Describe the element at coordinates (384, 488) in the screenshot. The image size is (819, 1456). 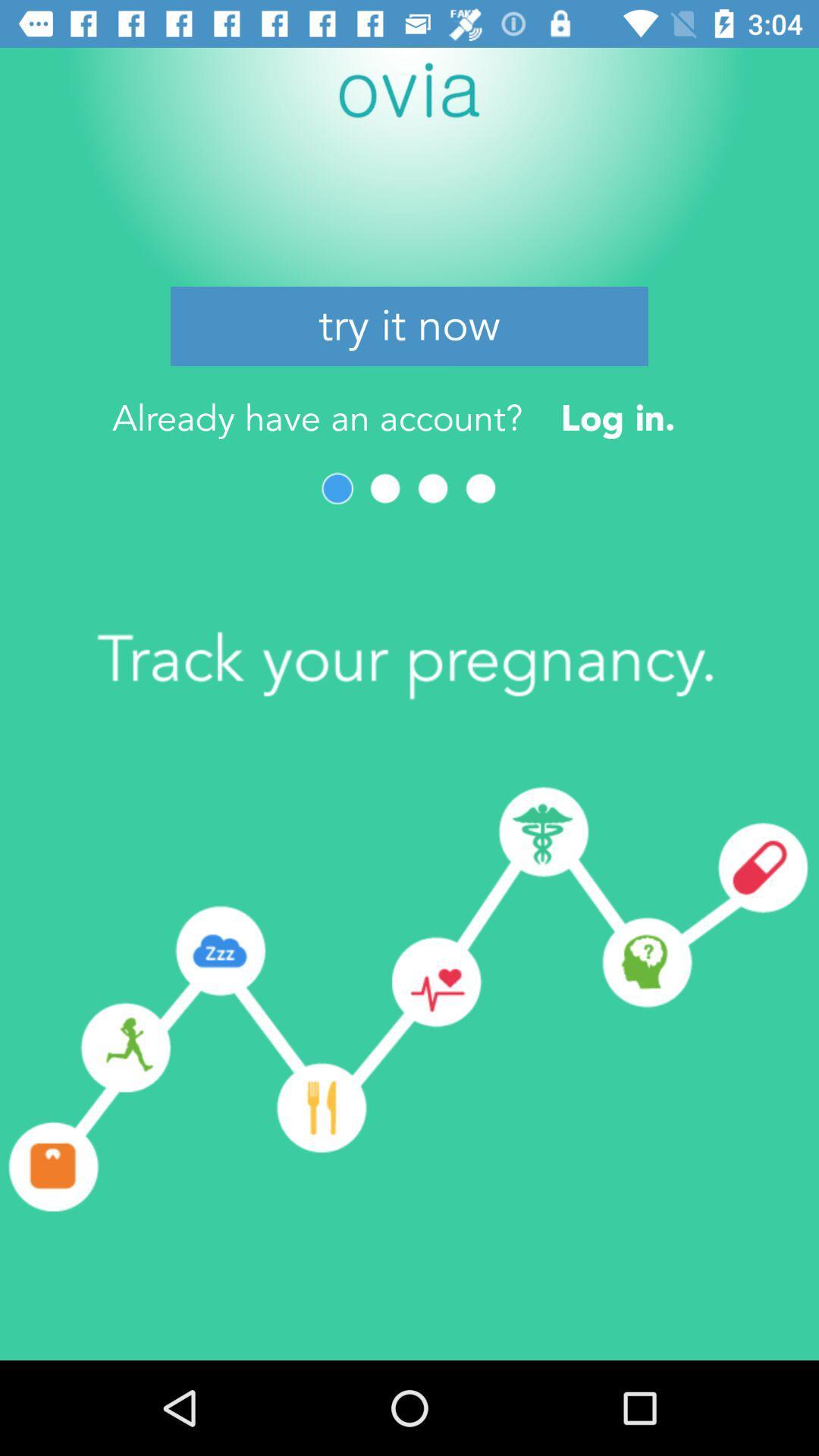
I see `tap to view next screen` at that location.